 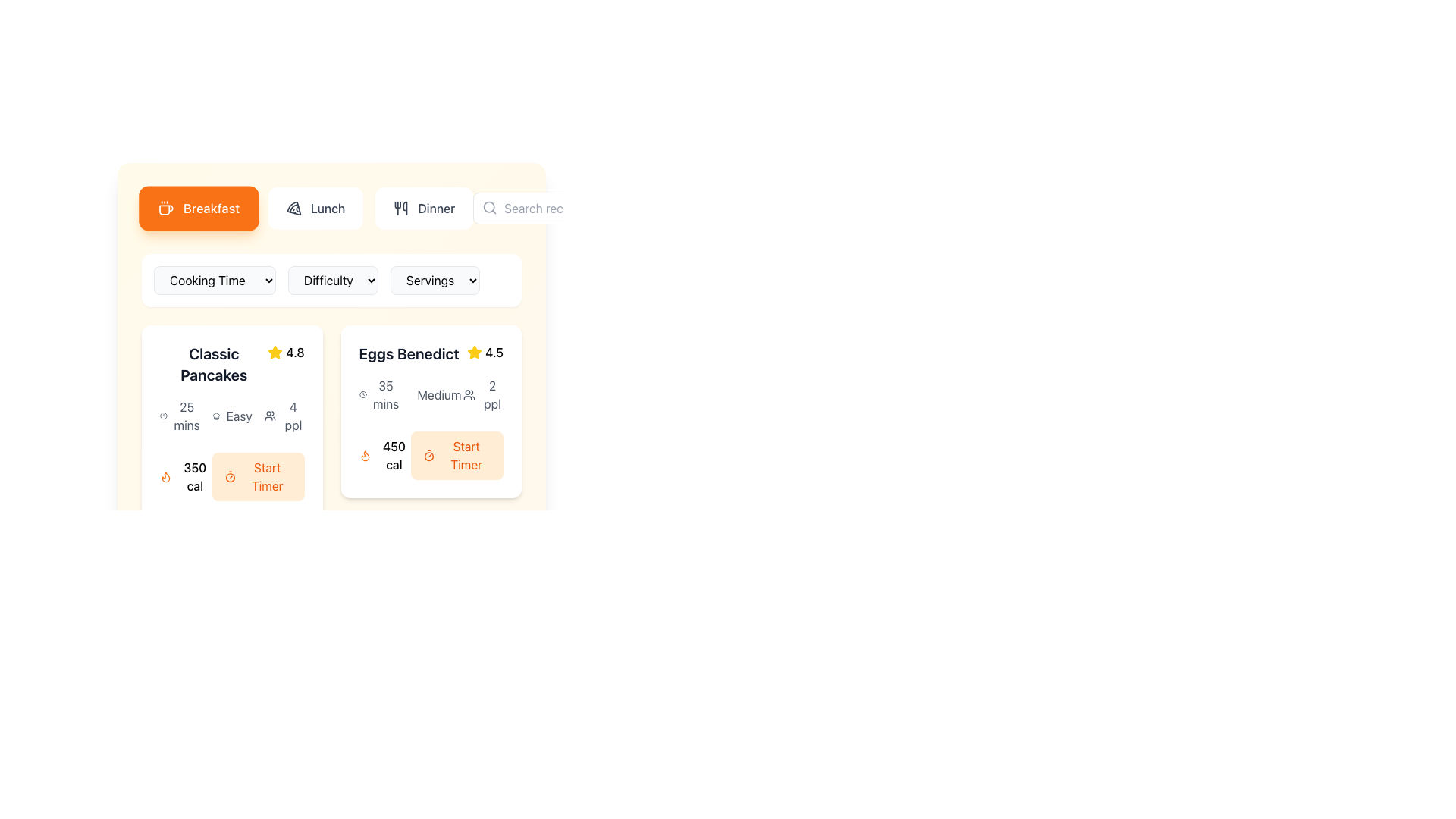 What do you see at coordinates (194, 475) in the screenshot?
I see `the calorie count text label for the 'Classic Pancakes' dish located in the bottom-left corner of the card, adjacent to the orange 'Start Timer' button` at bounding box center [194, 475].